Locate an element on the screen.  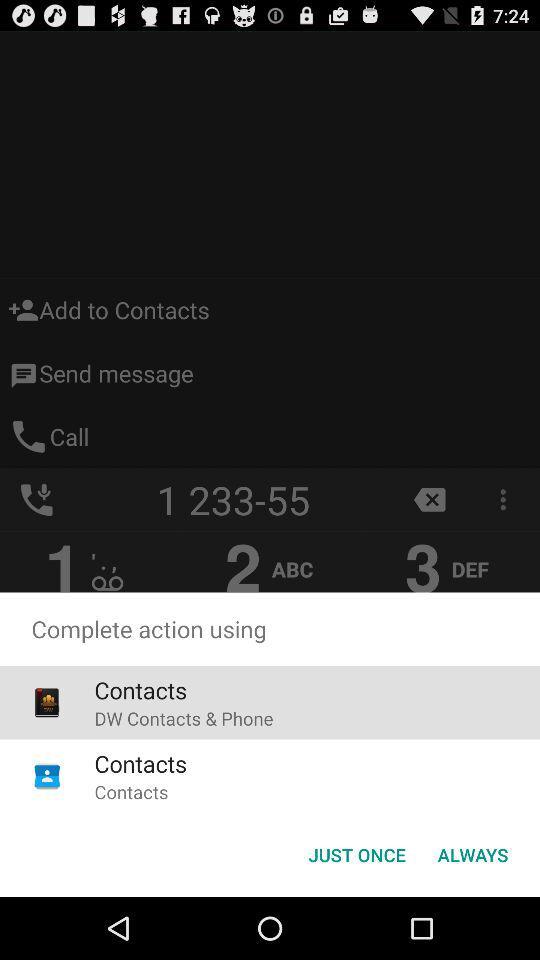
the item above the contacts is located at coordinates (183, 718).